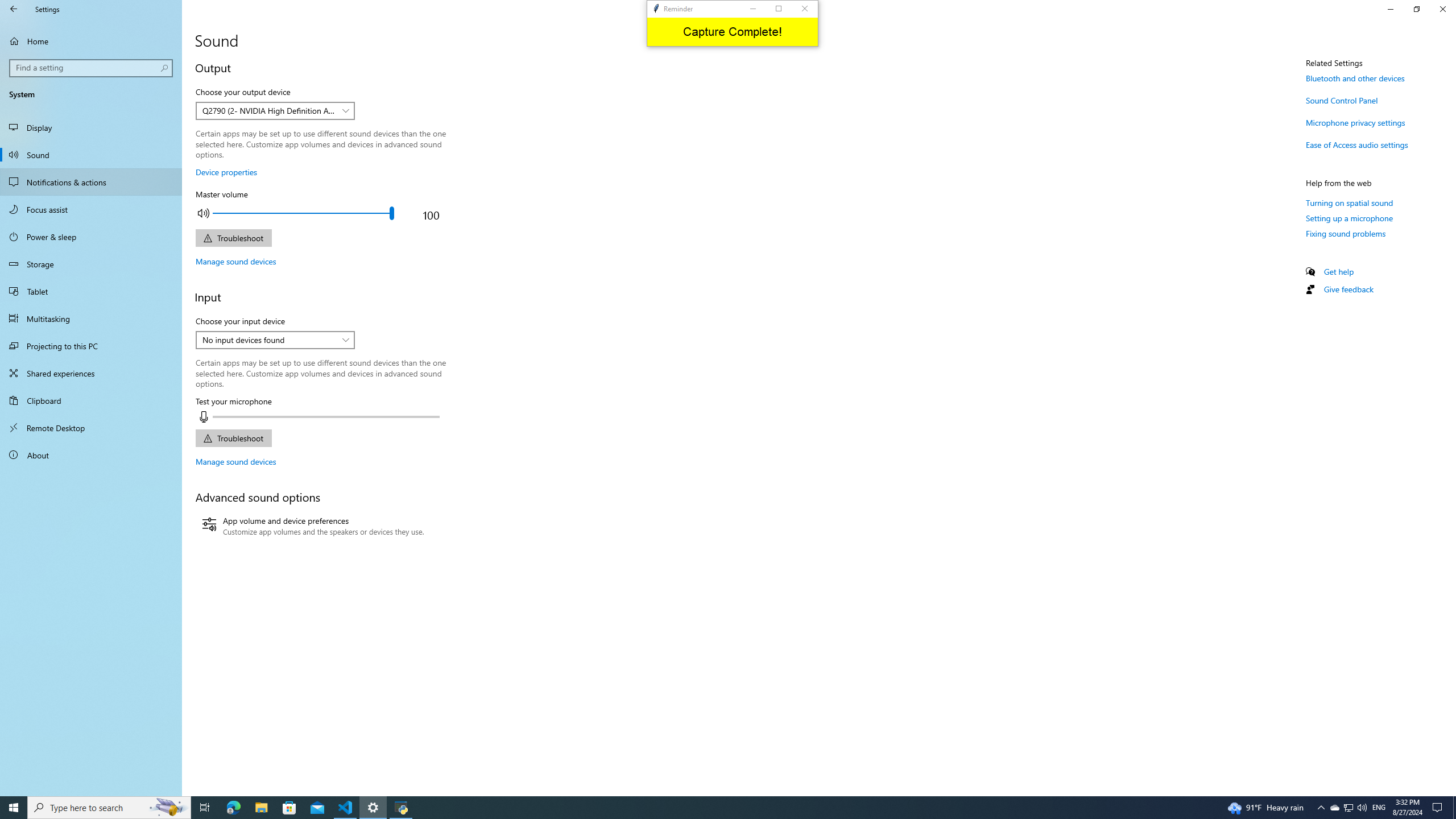 This screenshot has width=1456, height=819. Describe the element at coordinates (90, 181) in the screenshot. I see `'Notifications & actions'` at that location.